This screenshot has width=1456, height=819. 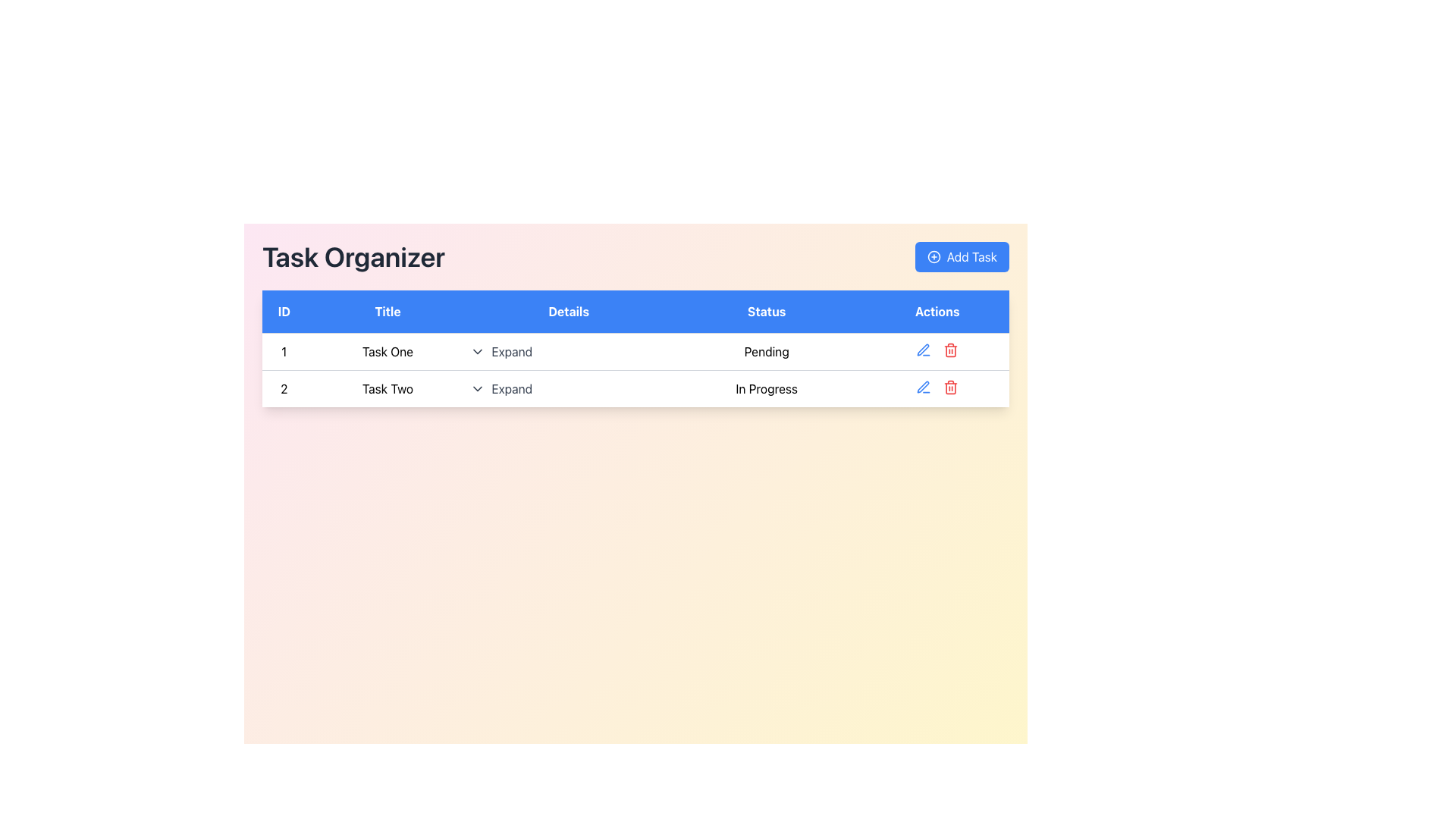 I want to click on the Text Label displaying 'Task Two' in bold font, located in the second row of the 'Title' column in the task organizer interface, so click(x=388, y=388).